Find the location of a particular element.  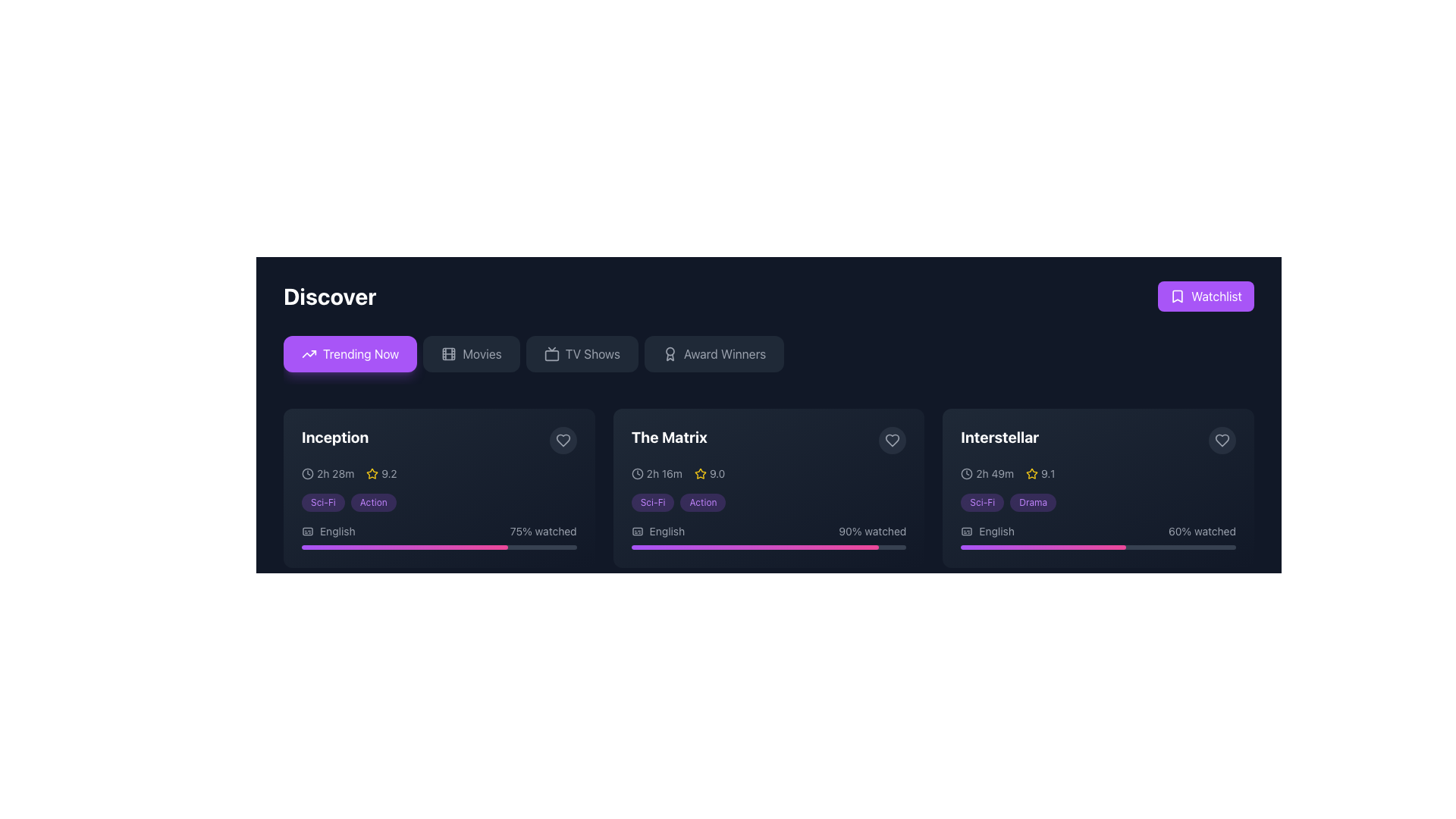

the text label displaying the numeric value '9.1', which is positioned to the right of the yellow star icon in the detailed information section for the movie 'Interstellar' is located at coordinates (1047, 472).